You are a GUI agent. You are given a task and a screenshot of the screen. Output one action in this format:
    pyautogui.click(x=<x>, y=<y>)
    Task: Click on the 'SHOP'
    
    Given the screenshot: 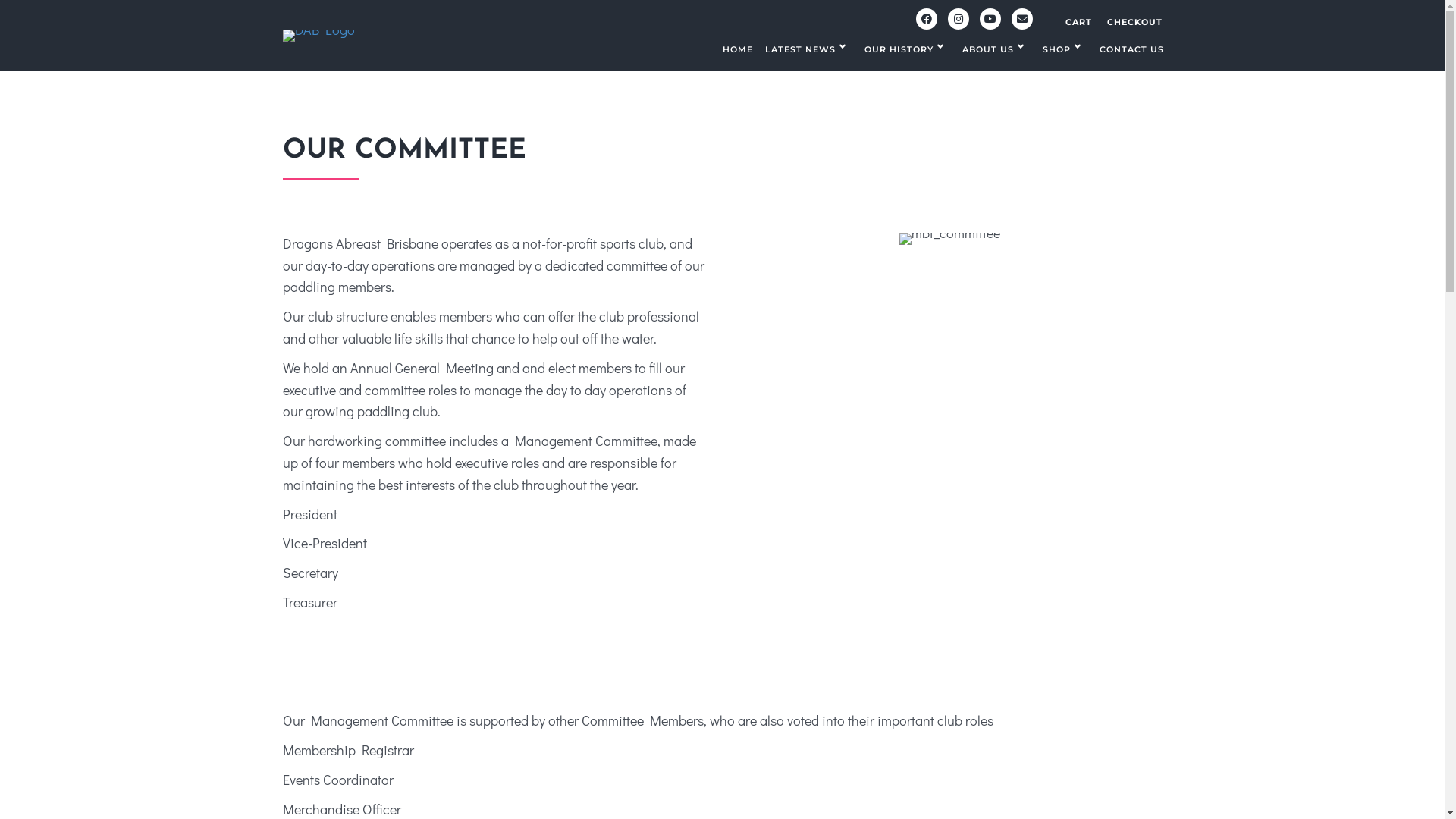 What is the action you would take?
    pyautogui.click(x=1035, y=49)
    